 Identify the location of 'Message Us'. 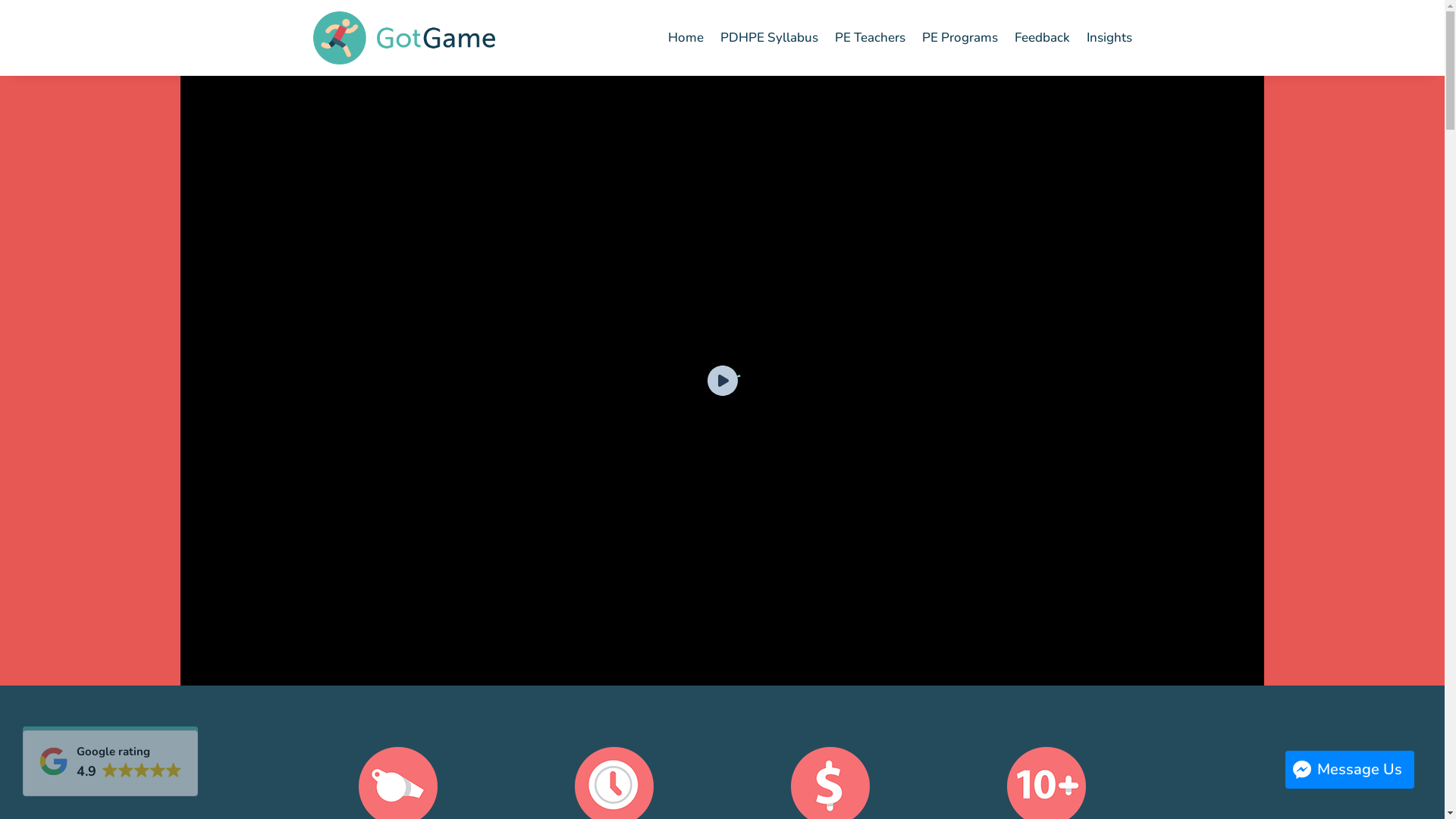
(1350, 769).